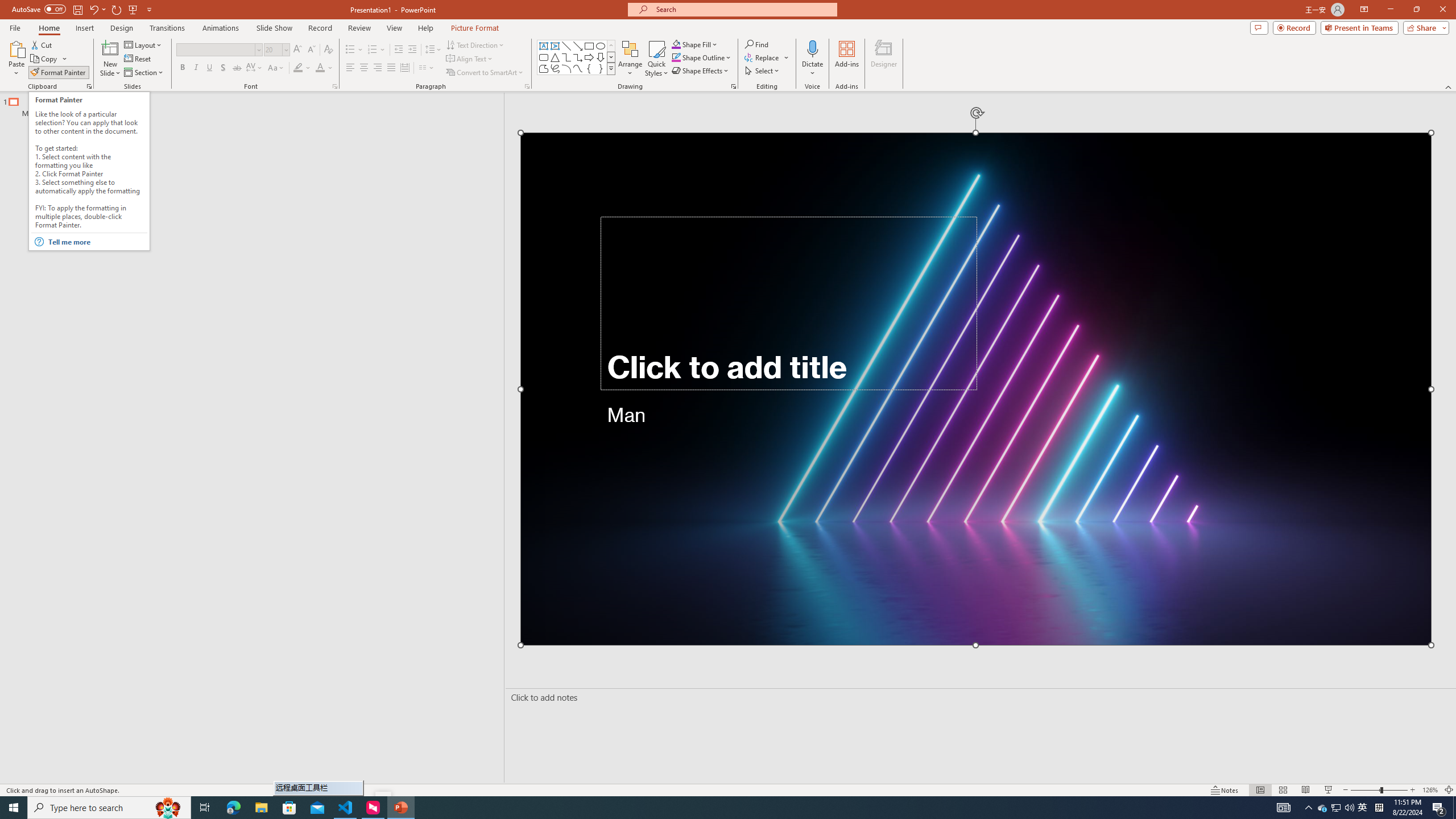 Image resolution: width=1456 pixels, height=819 pixels. Describe the element at coordinates (554, 56) in the screenshot. I see `'Isosceles Triangle'` at that location.